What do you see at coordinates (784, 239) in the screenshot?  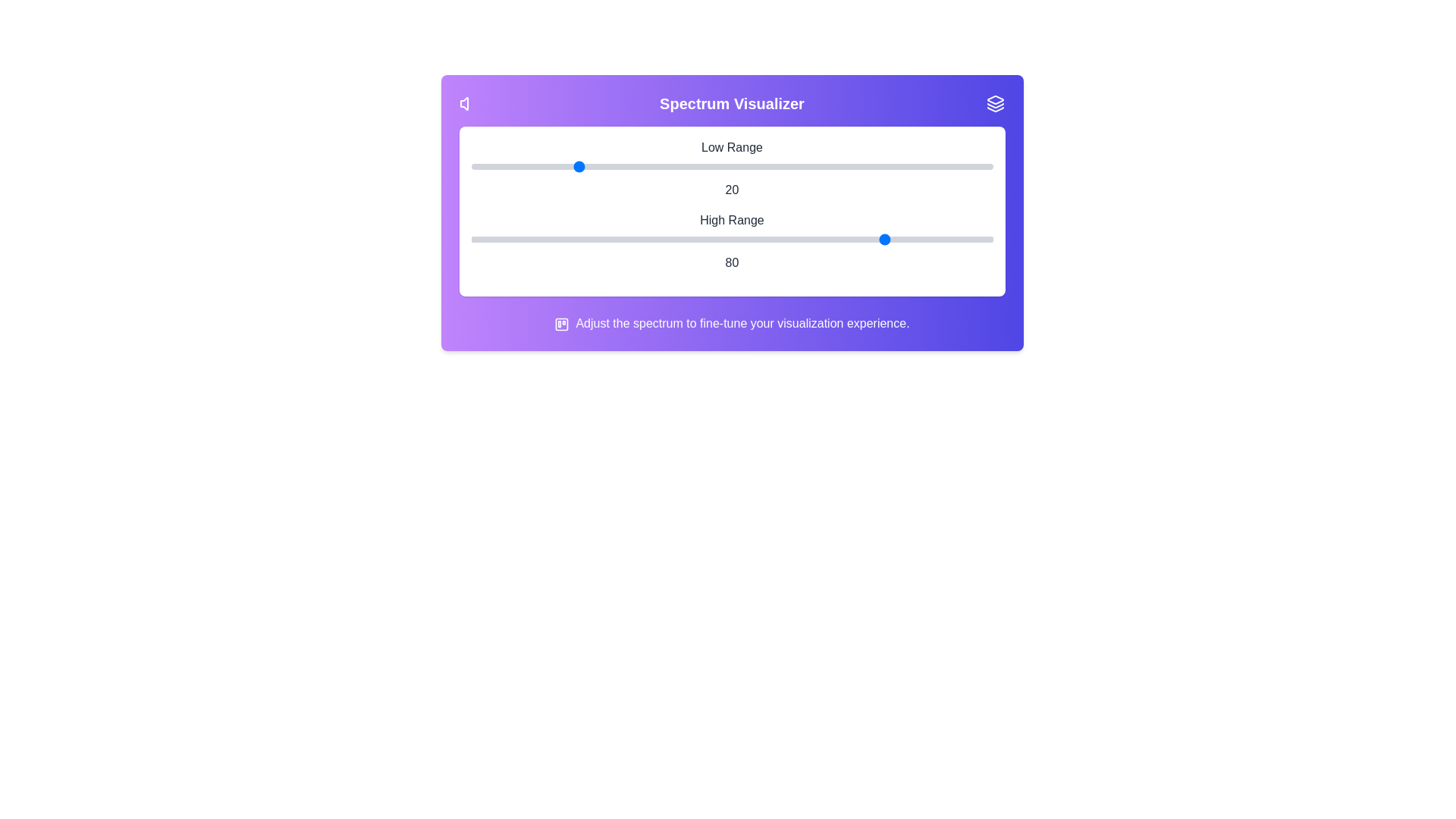 I see `the high range slider to 60` at bounding box center [784, 239].